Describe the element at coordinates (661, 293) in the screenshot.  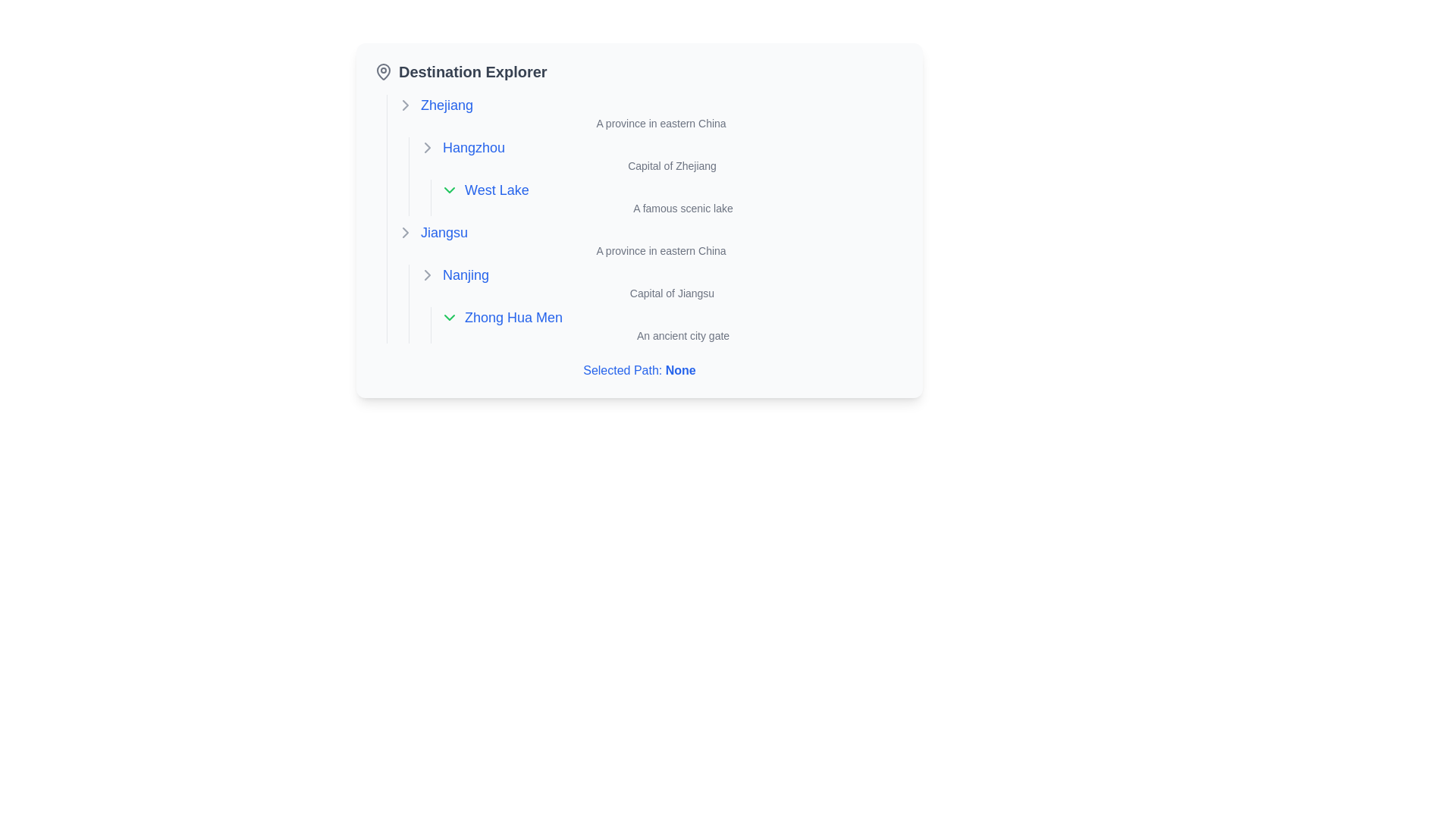
I see `the static text label providing information about 'Nanjing', which indicates it is the capital of Jiangsu province, located under the text 'Nanjing' in the 'Destination Explorer' menu` at that location.